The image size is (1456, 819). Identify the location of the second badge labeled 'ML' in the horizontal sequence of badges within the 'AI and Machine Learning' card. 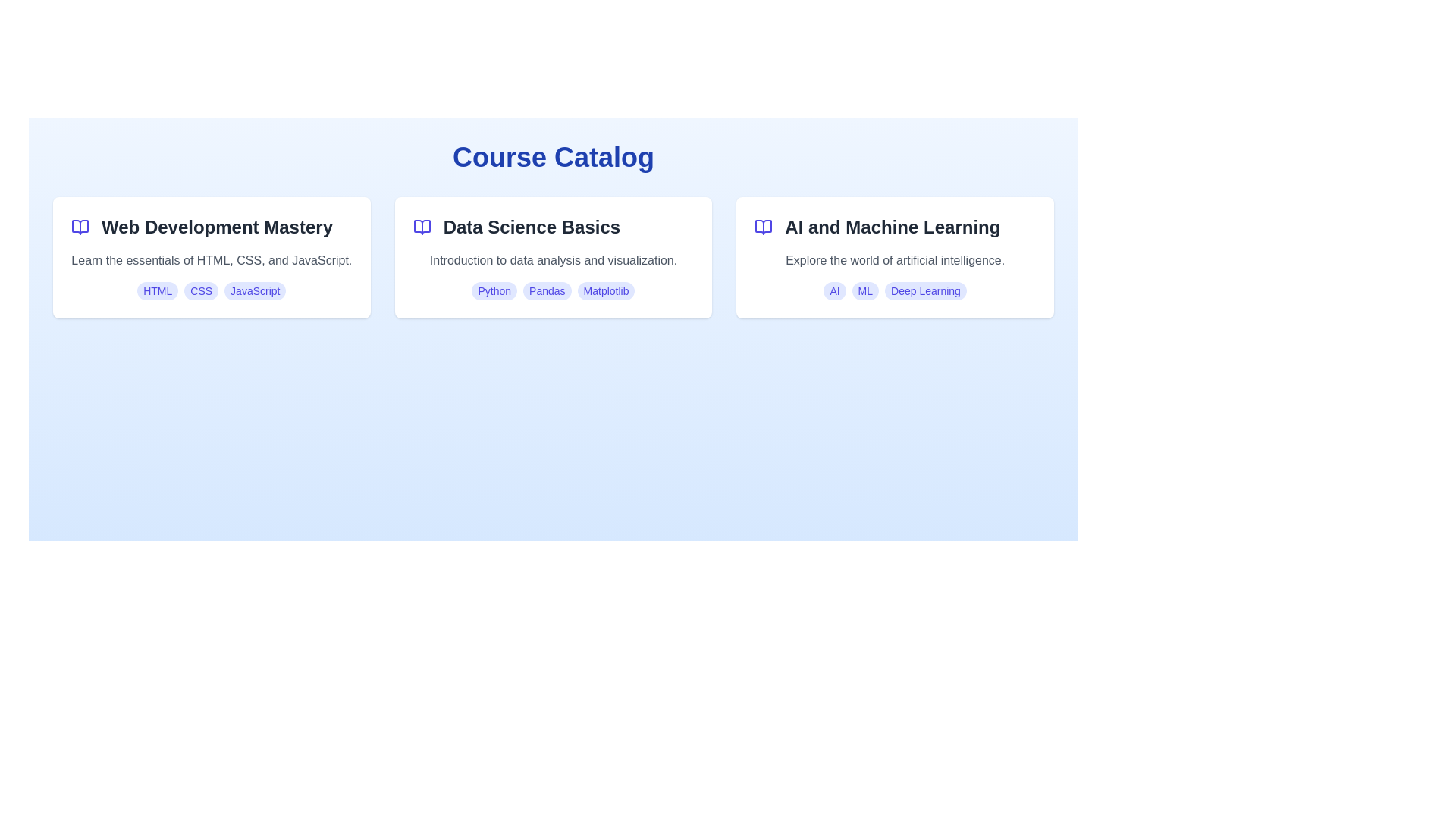
(865, 291).